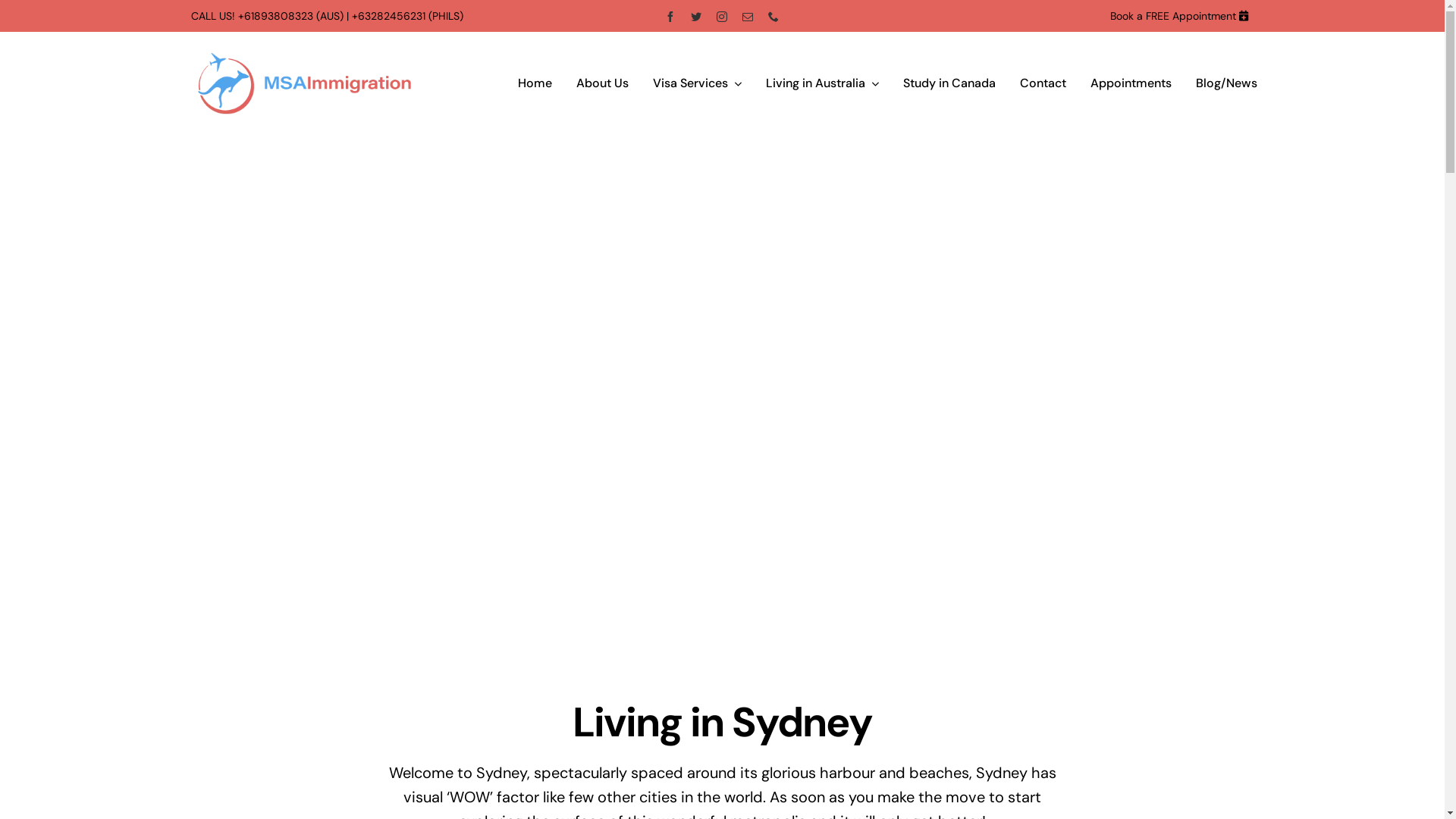 The image size is (1456, 819). Describe the element at coordinates (669, 15) in the screenshot. I see `'Facebook'` at that location.